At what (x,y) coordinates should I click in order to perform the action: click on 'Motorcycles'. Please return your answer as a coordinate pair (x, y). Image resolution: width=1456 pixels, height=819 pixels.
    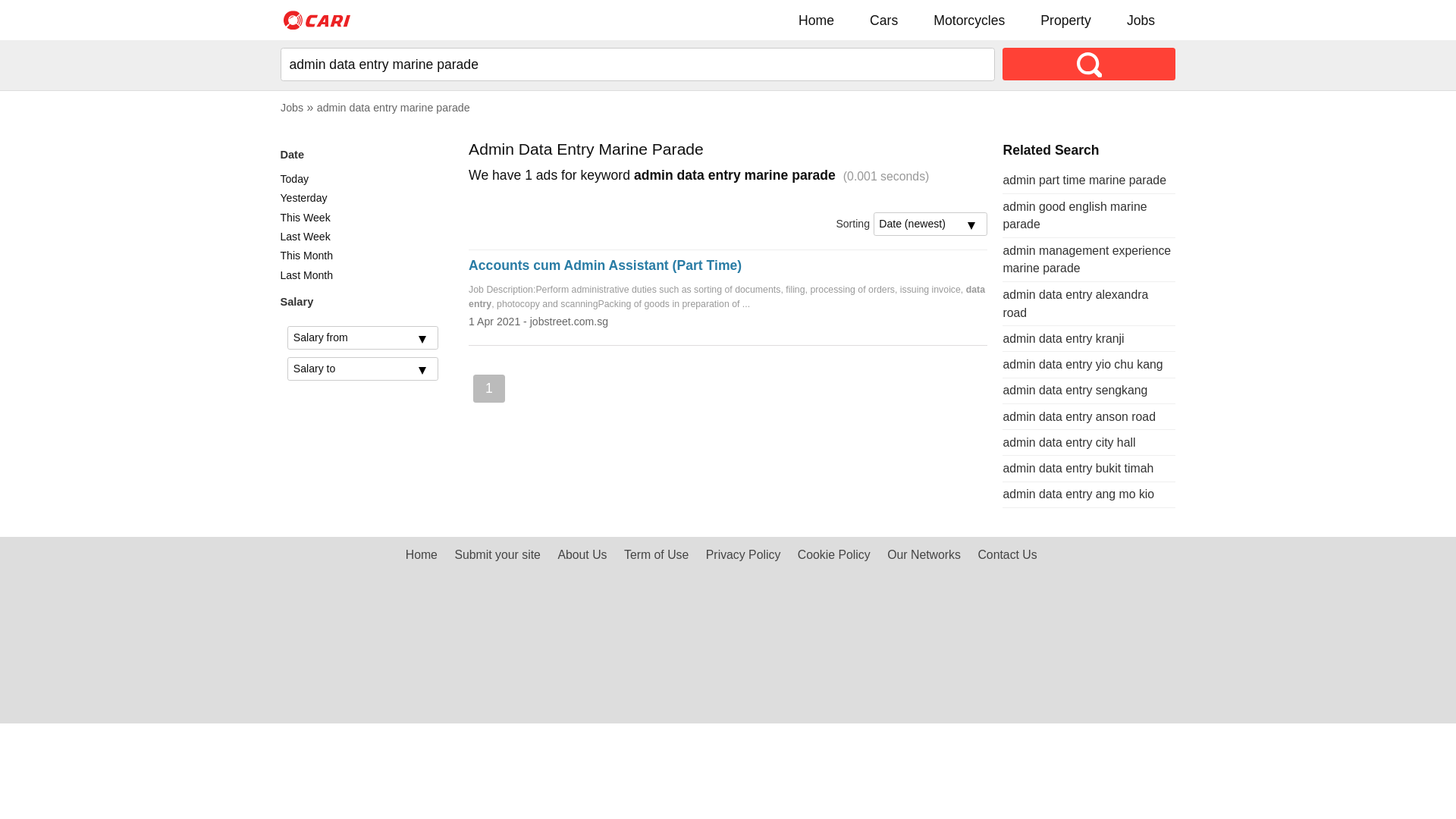
    Looking at the image, I should click on (968, 20).